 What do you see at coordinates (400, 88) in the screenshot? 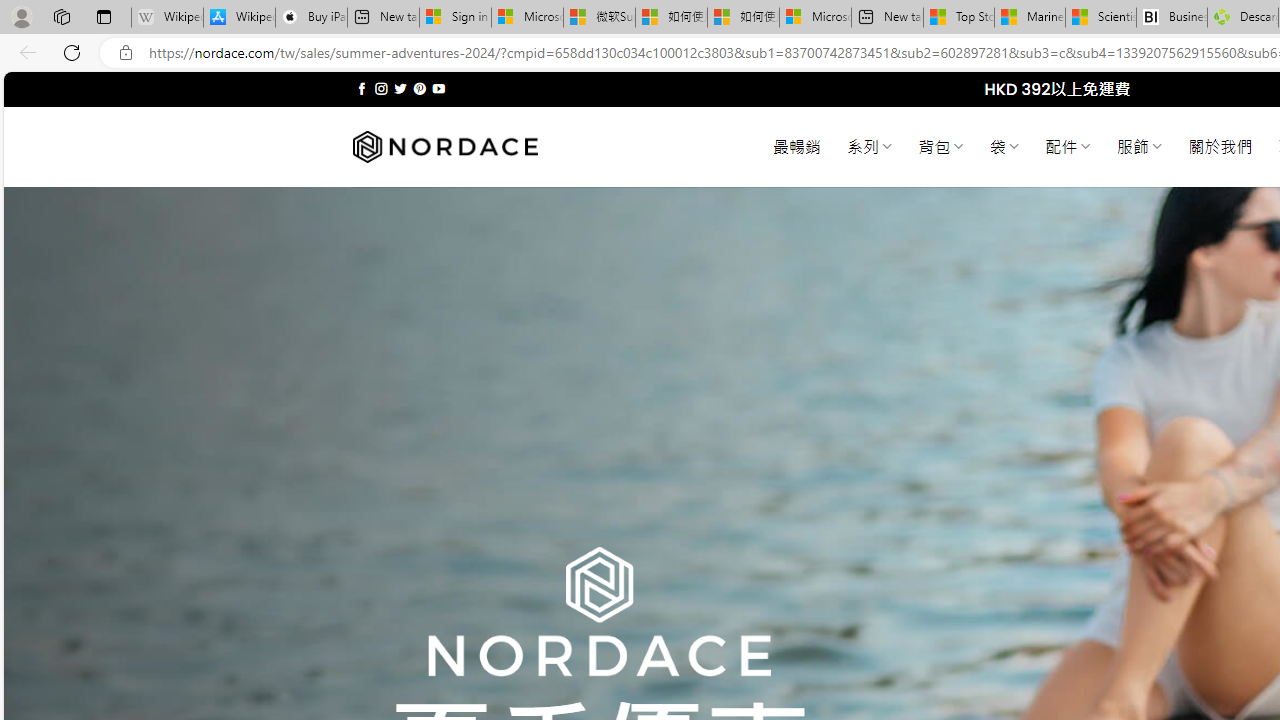
I see `'Follow on Twitter'` at bounding box center [400, 88].